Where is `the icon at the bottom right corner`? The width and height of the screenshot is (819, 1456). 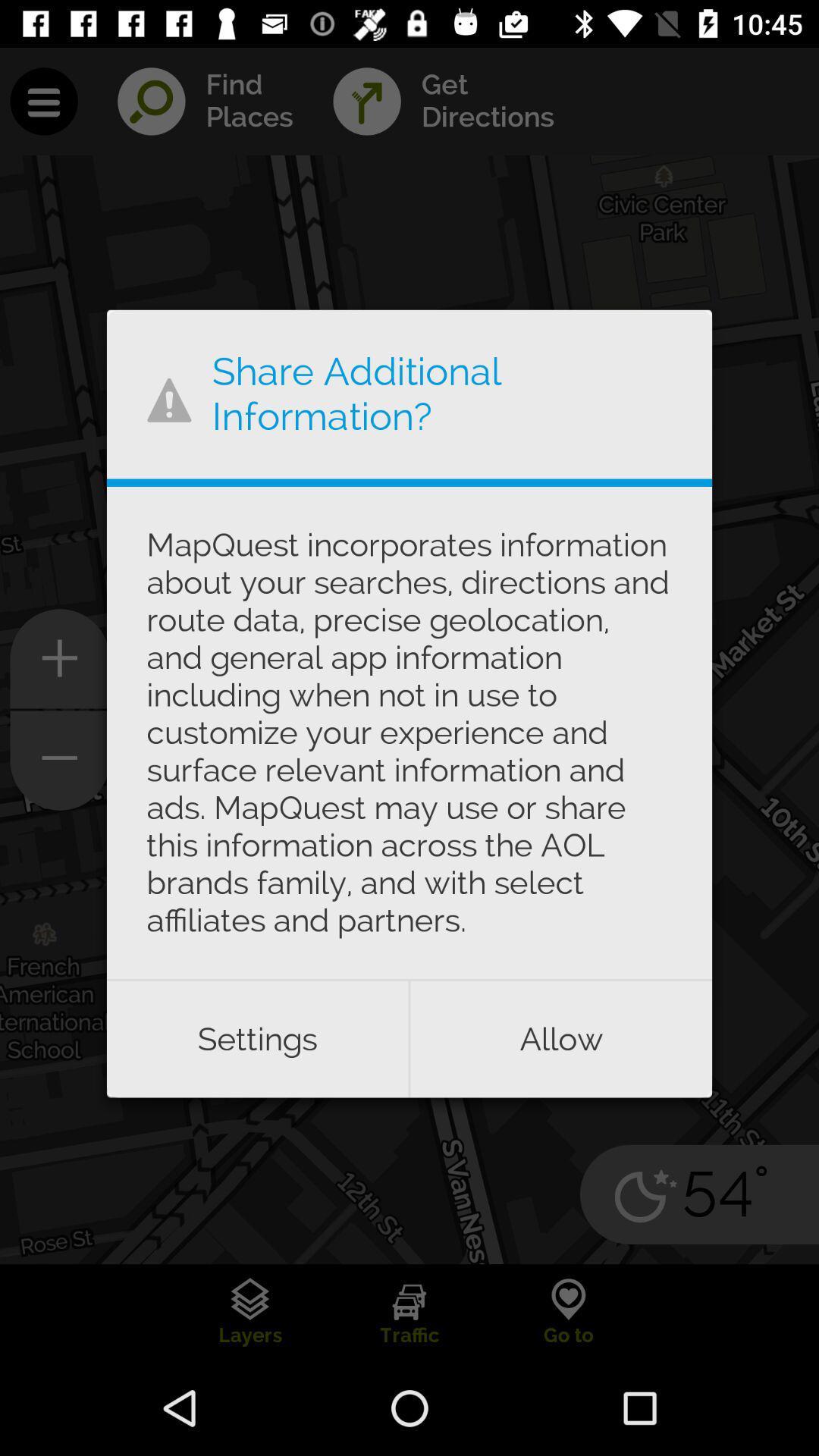
the icon at the bottom right corner is located at coordinates (561, 1038).